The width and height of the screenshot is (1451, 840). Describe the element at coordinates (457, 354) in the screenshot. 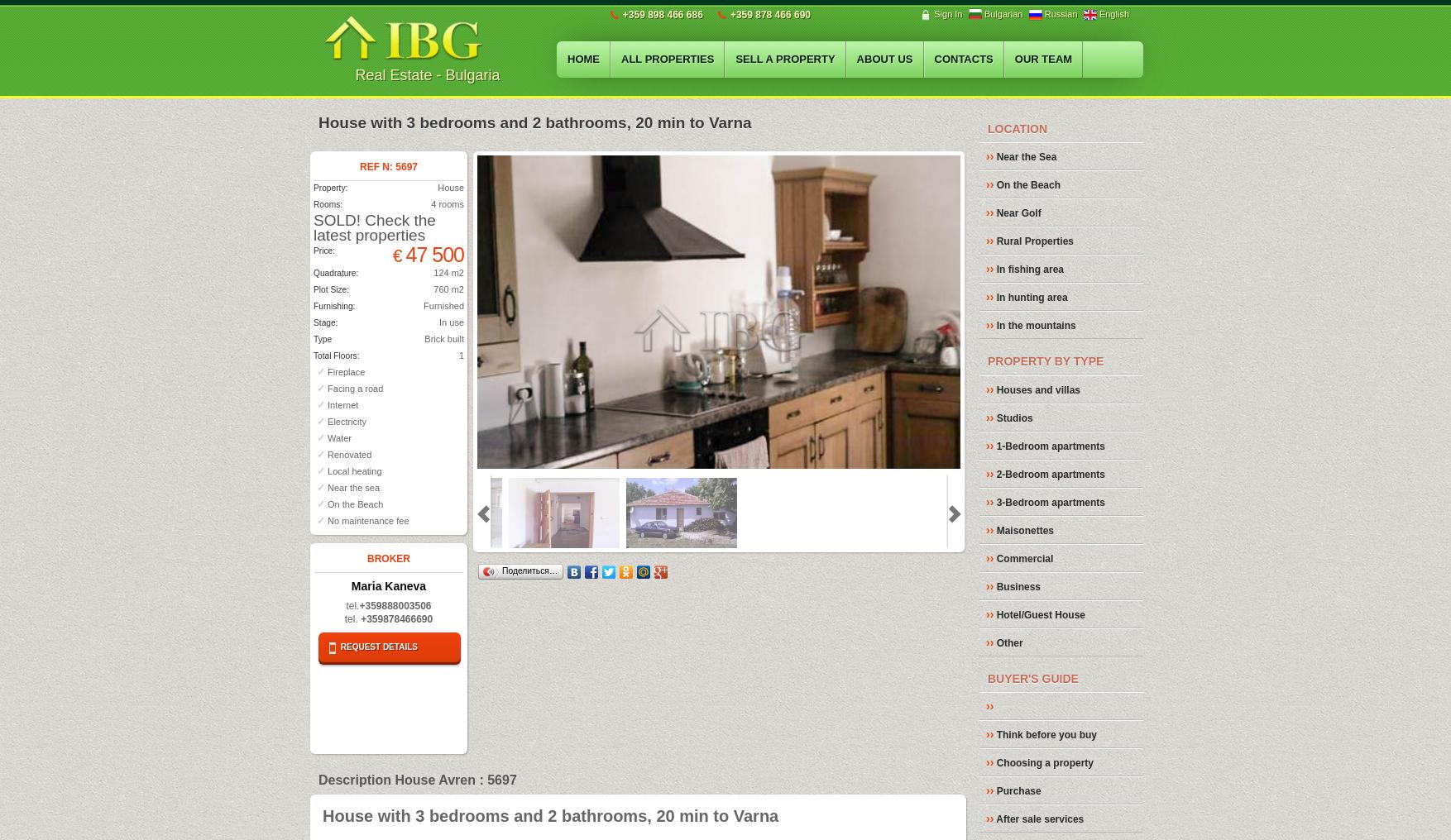

I see `'1'` at that location.